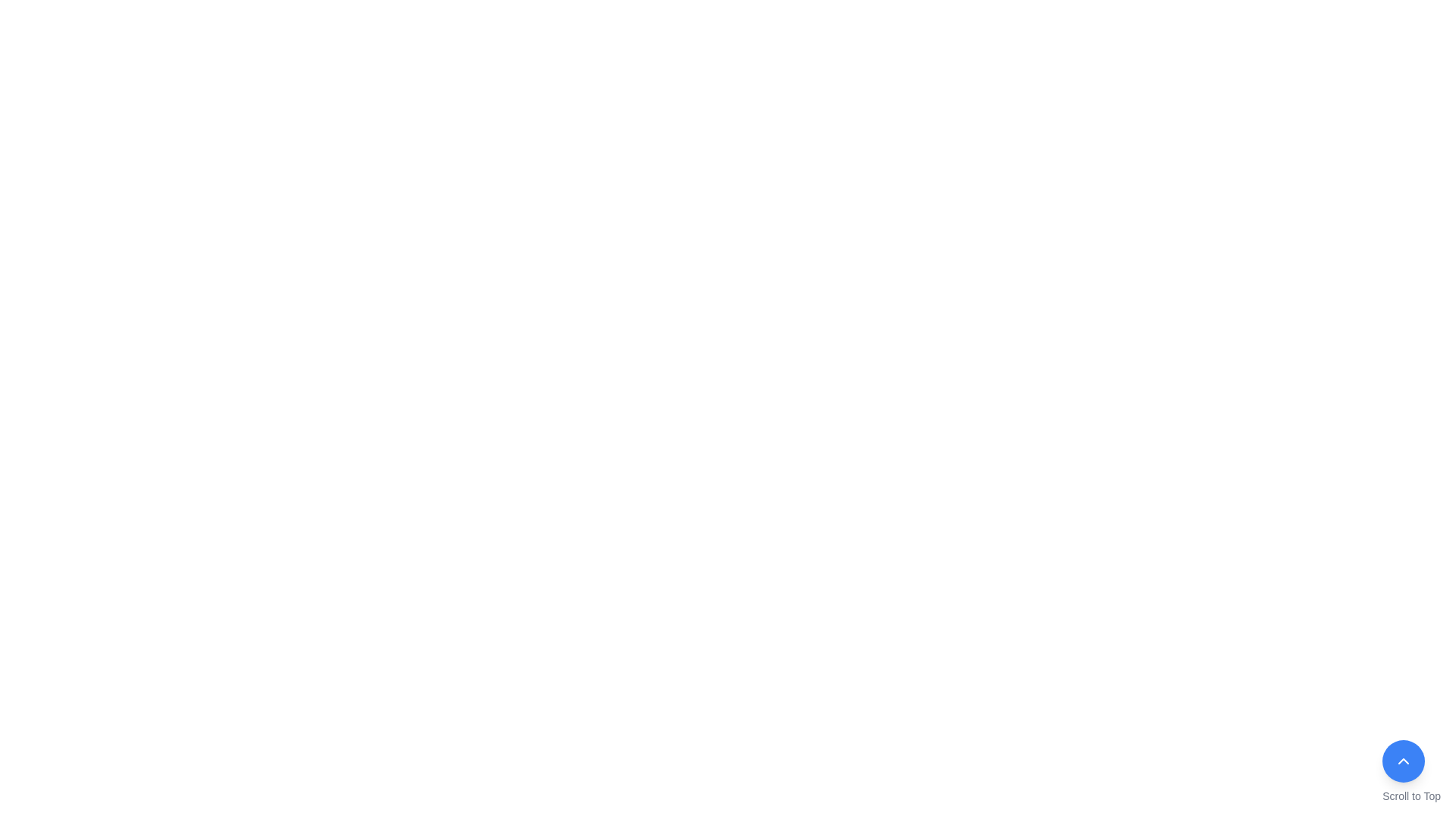  What do you see at coordinates (1410, 772) in the screenshot?
I see `the 'Return to Top' button located in the bottom-right corner of the interface to change its background color` at bounding box center [1410, 772].